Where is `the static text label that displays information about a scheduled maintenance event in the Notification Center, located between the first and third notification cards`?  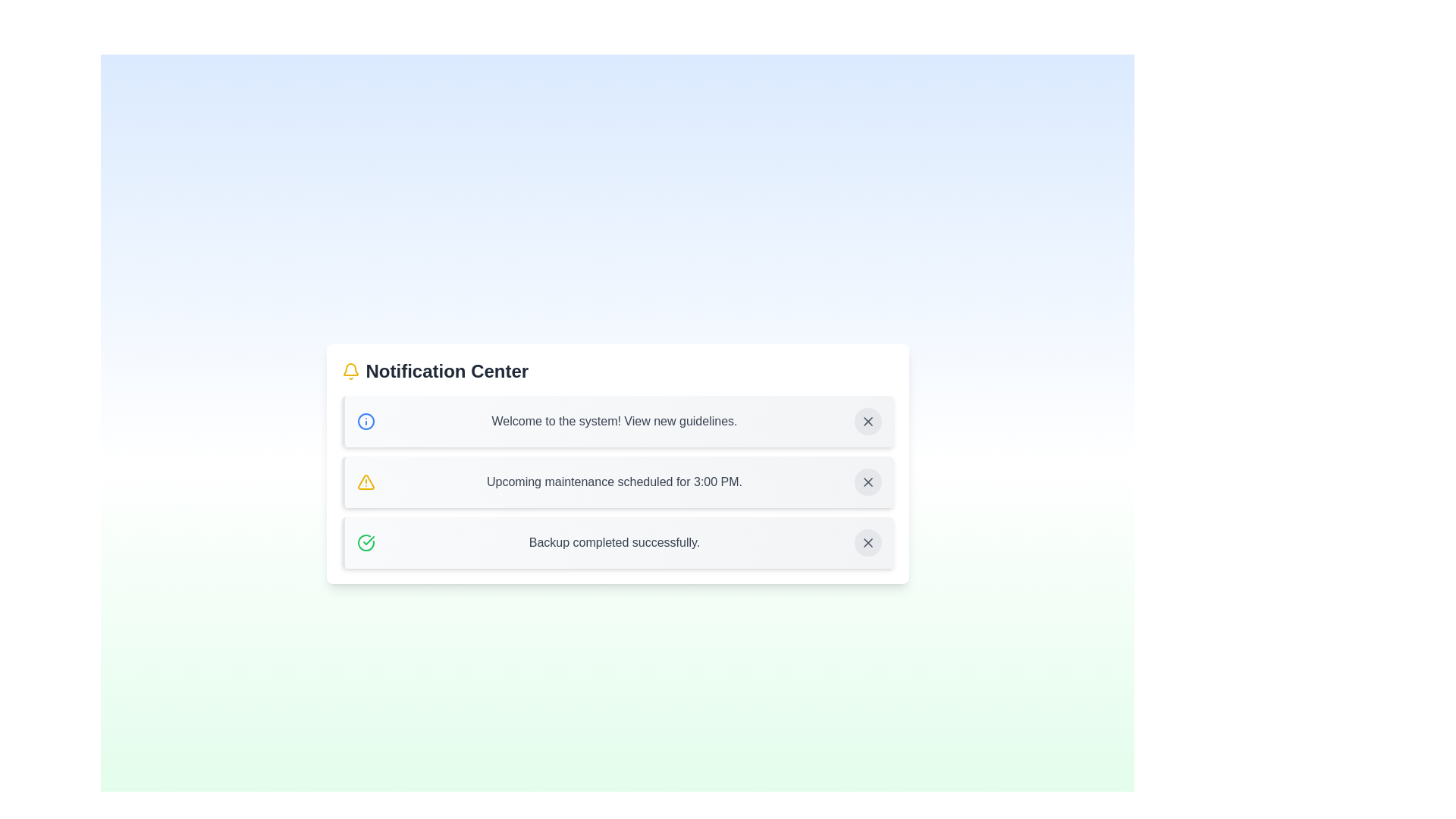
the static text label that displays information about a scheduled maintenance event in the Notification Center, located between the first and third notification cards is located at coordinates (614, 482).